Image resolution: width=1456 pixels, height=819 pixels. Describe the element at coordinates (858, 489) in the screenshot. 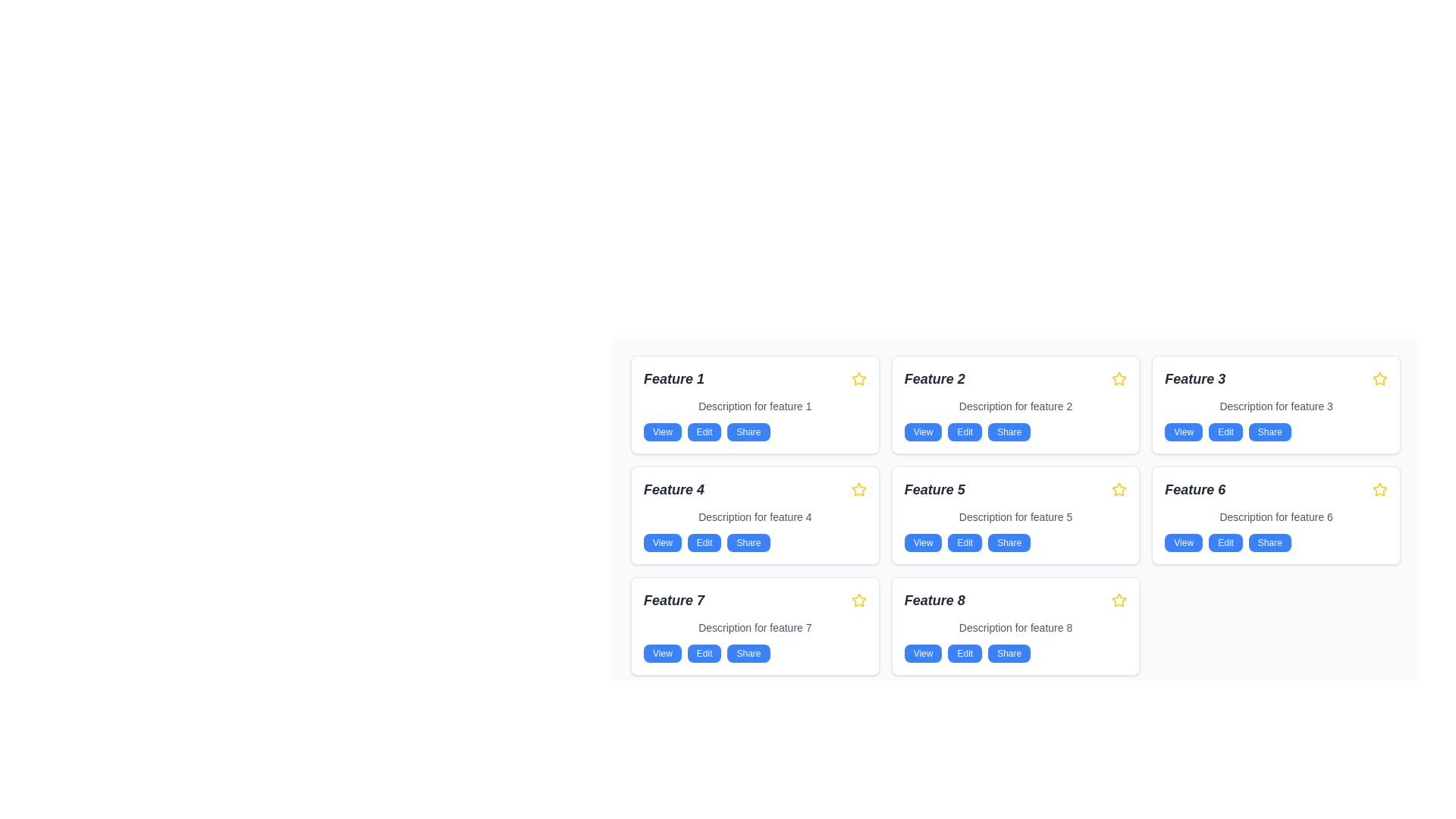

I see `the star-shaped icon with a hollow center and yellow color located in the top-right corner of the 'Feature 4' card` at that location.